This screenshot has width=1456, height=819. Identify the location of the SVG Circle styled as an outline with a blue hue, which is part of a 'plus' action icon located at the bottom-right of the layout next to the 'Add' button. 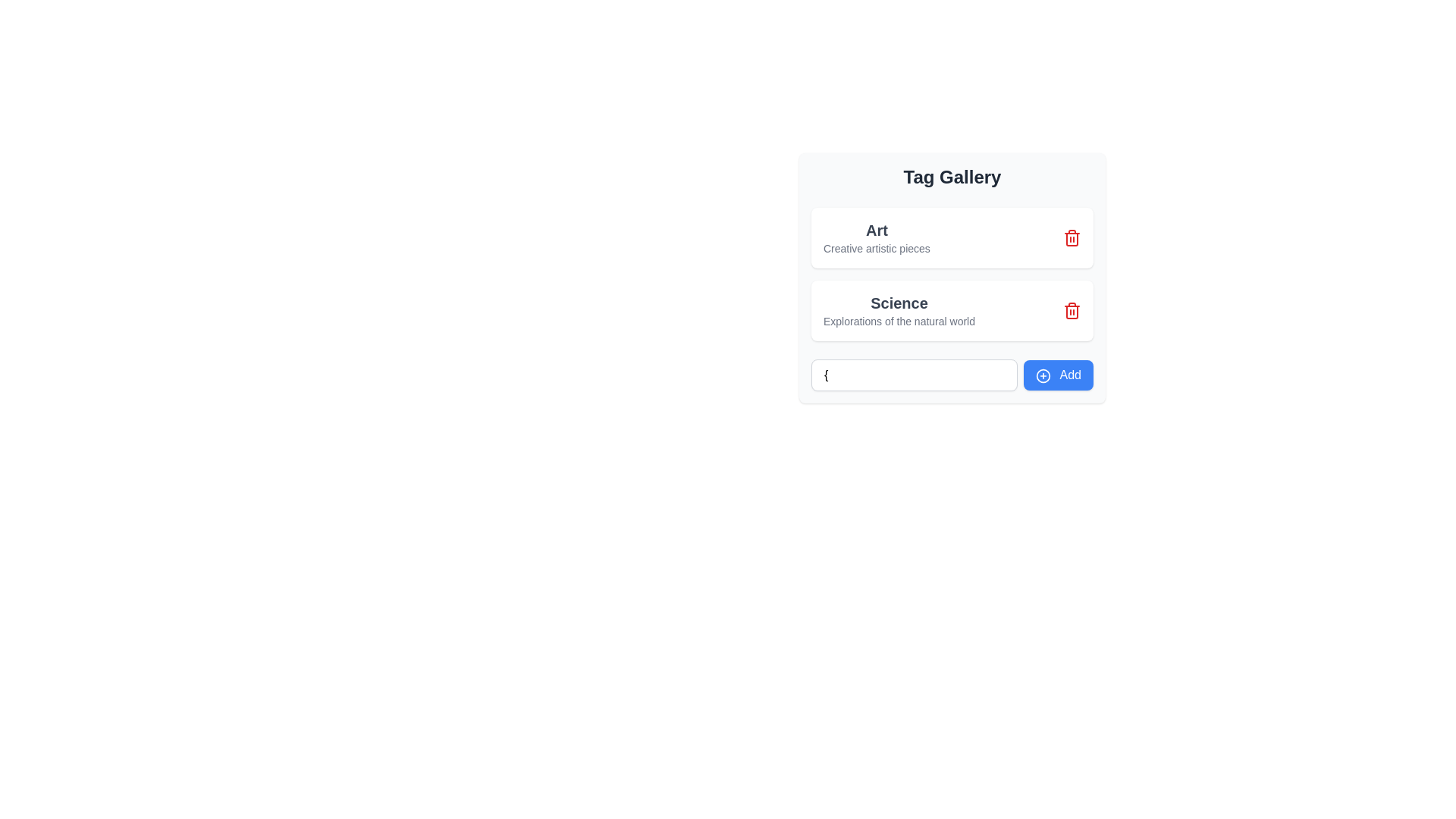
(1043, 375).